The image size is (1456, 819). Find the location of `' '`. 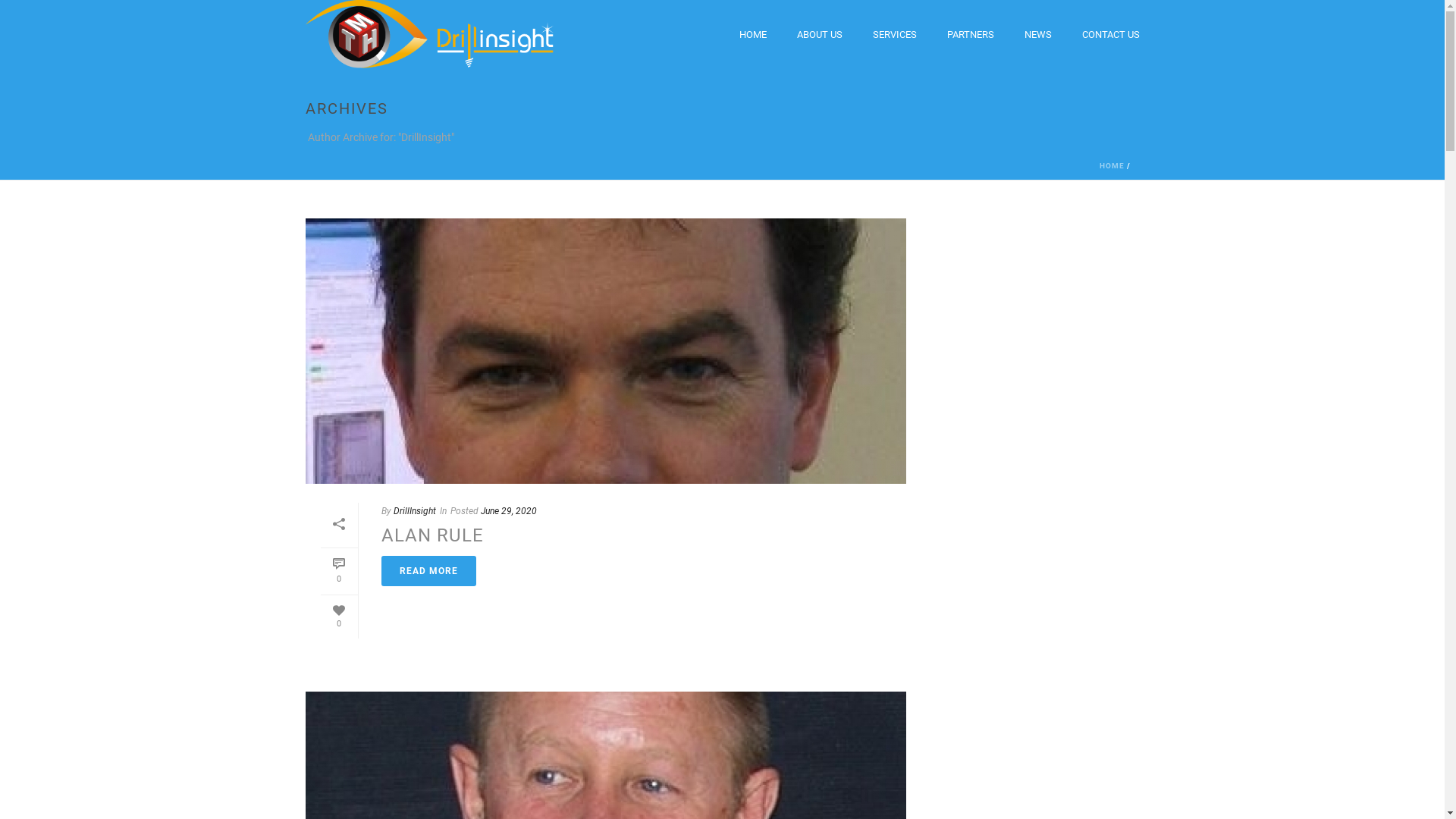

' ' is located at coordinates (604, 350).